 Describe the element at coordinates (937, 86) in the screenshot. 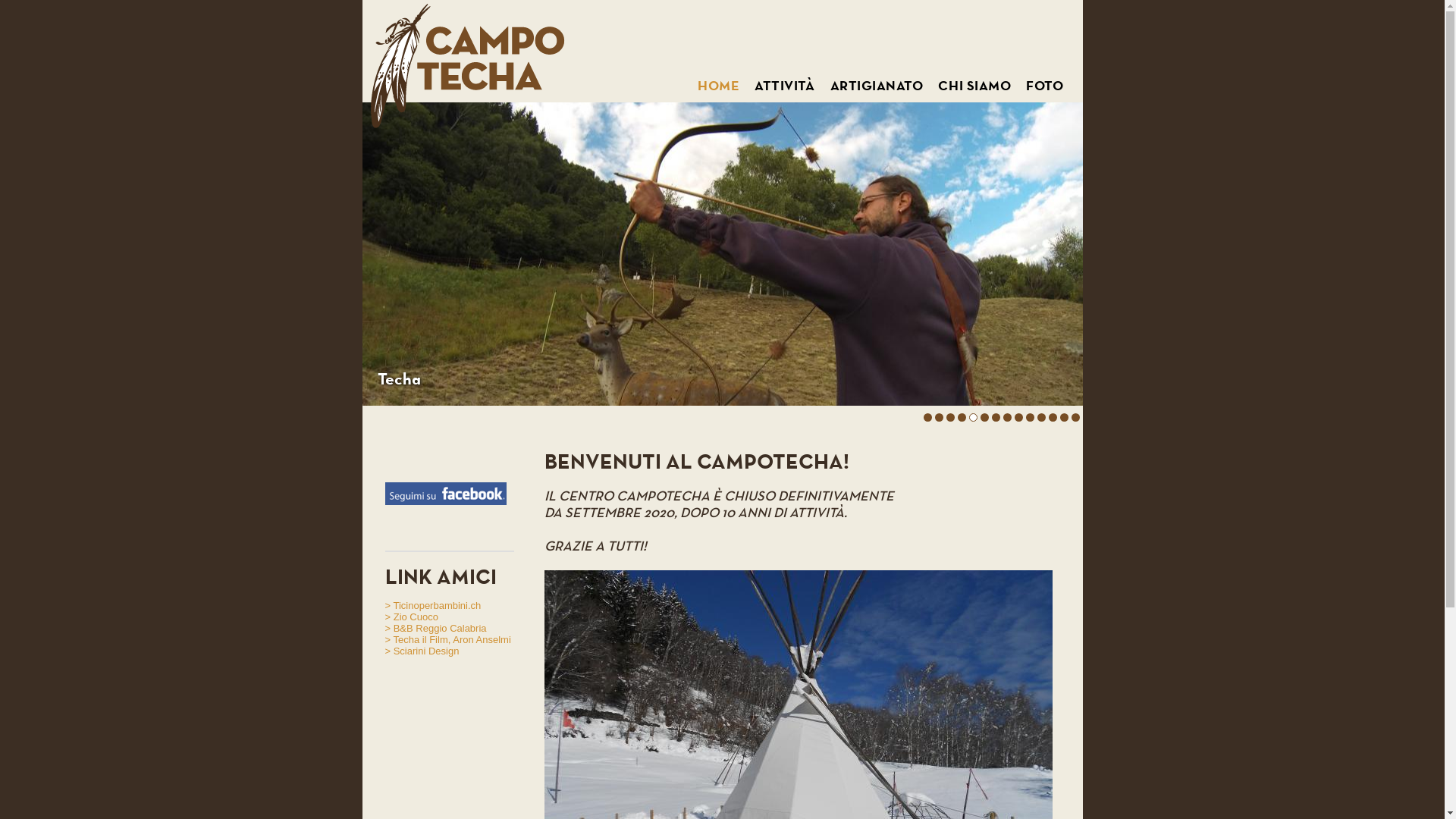

I see `'CHI SIAMO'` at that location.